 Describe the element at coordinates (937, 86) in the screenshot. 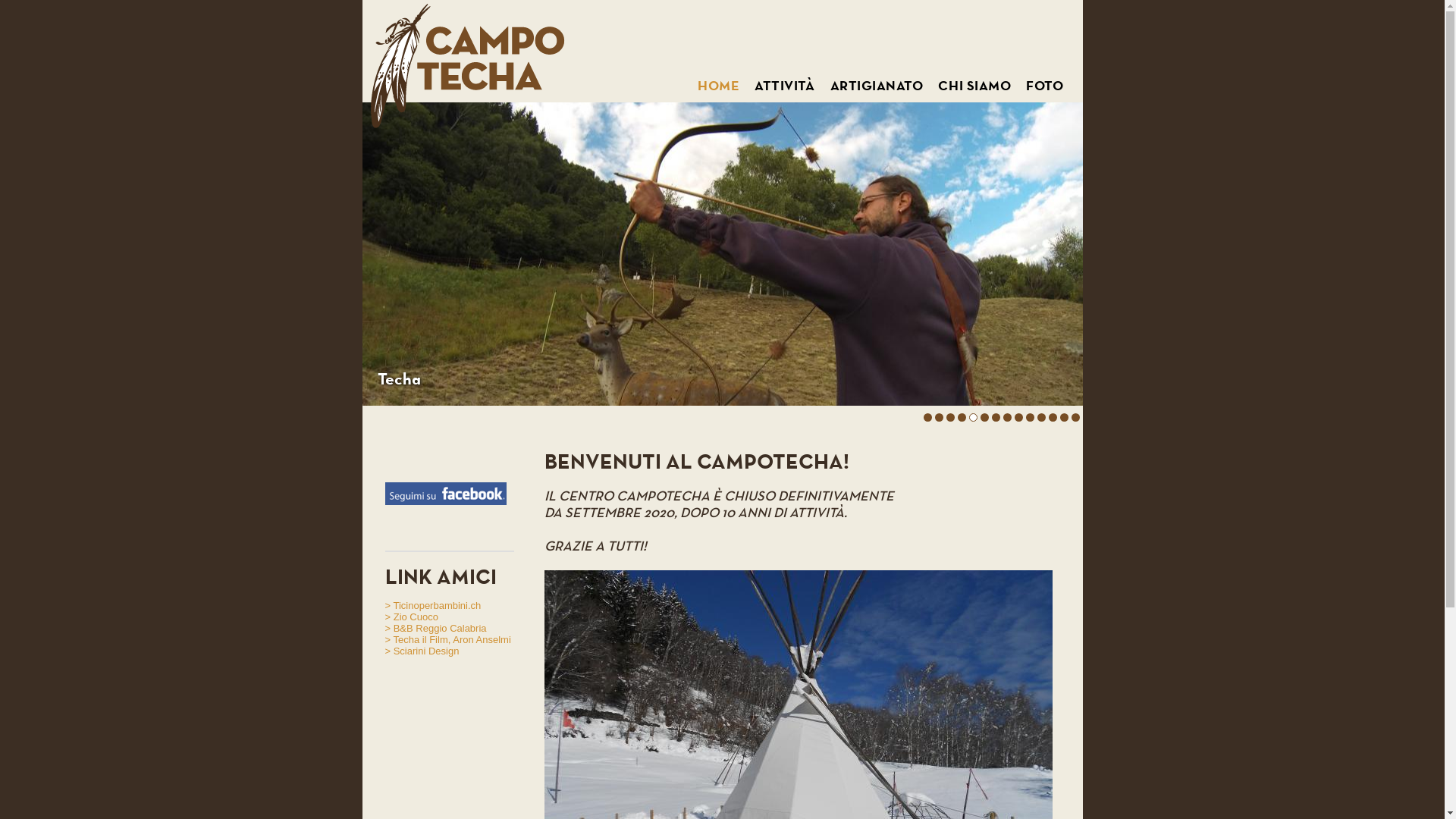

I see `'CHI SIAMO'` at that location.